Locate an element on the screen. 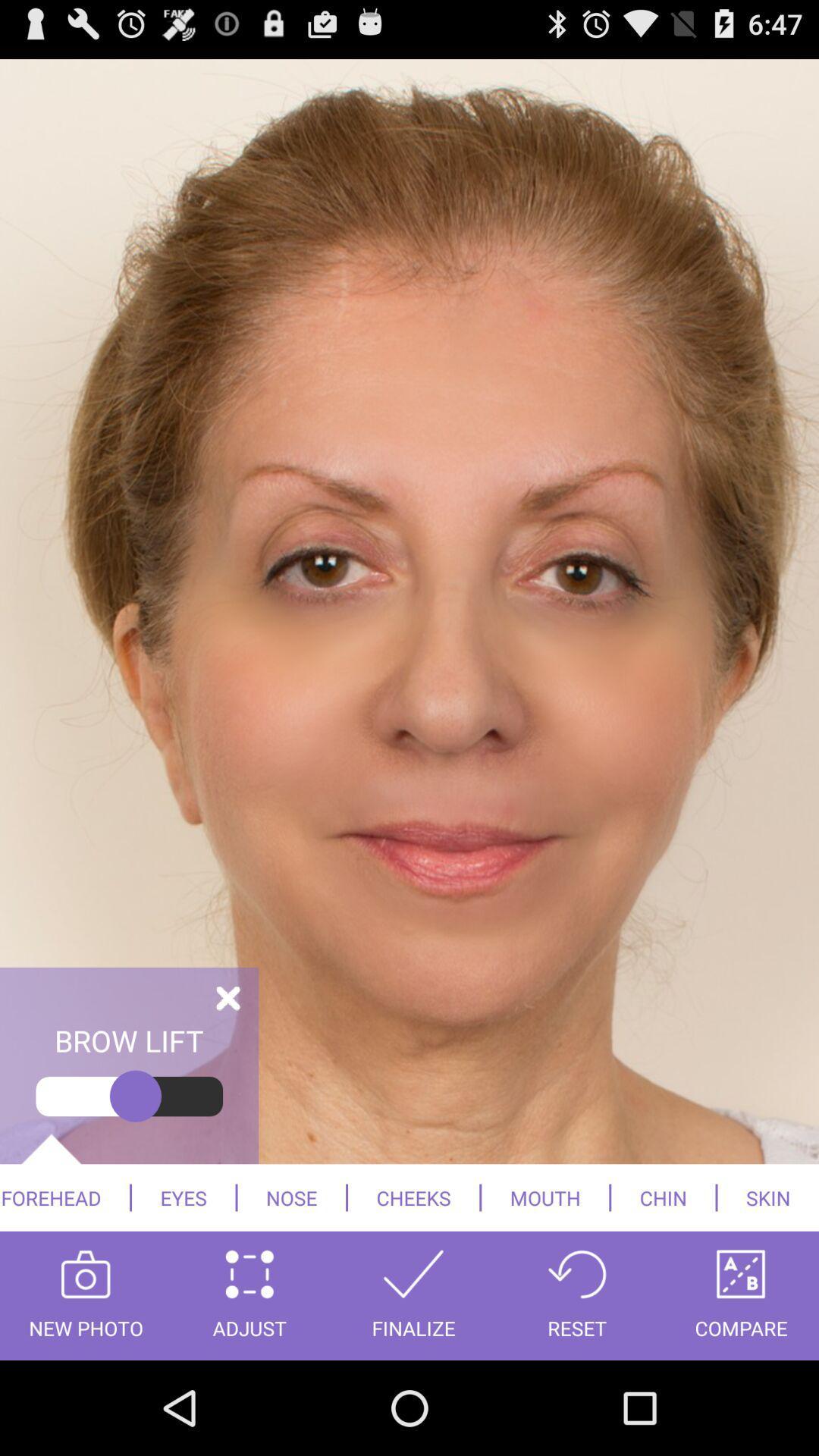 The image size is (819, 1456). the close icon is located at coordinates (227, 1067).